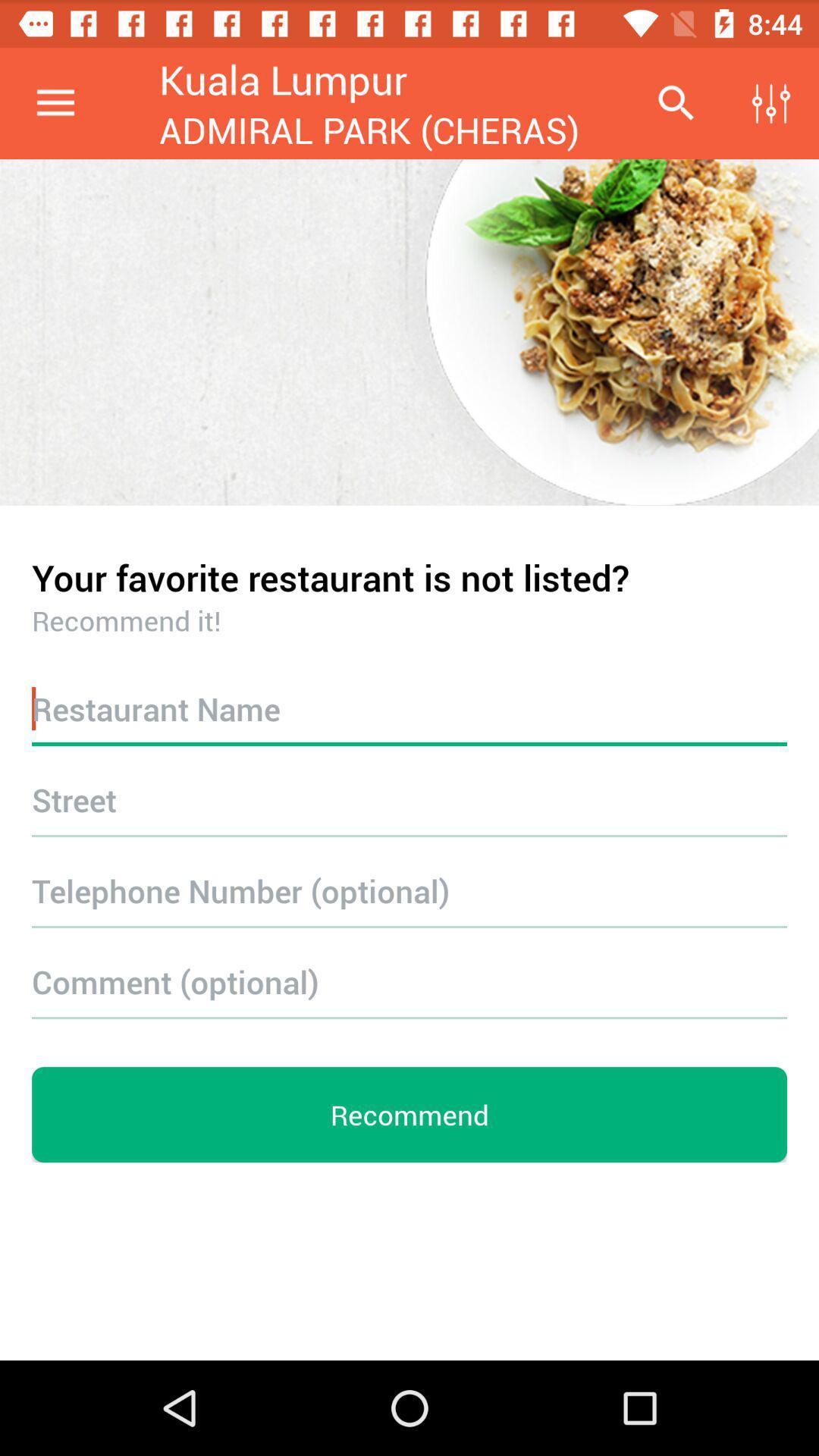 The height and width of the screenshot is (1456, 819). What do you see at coordinates (55, 102) in the screenshot?
I see `the icon to the left of kuala lumpur icon` at bounding box center [55, 102].